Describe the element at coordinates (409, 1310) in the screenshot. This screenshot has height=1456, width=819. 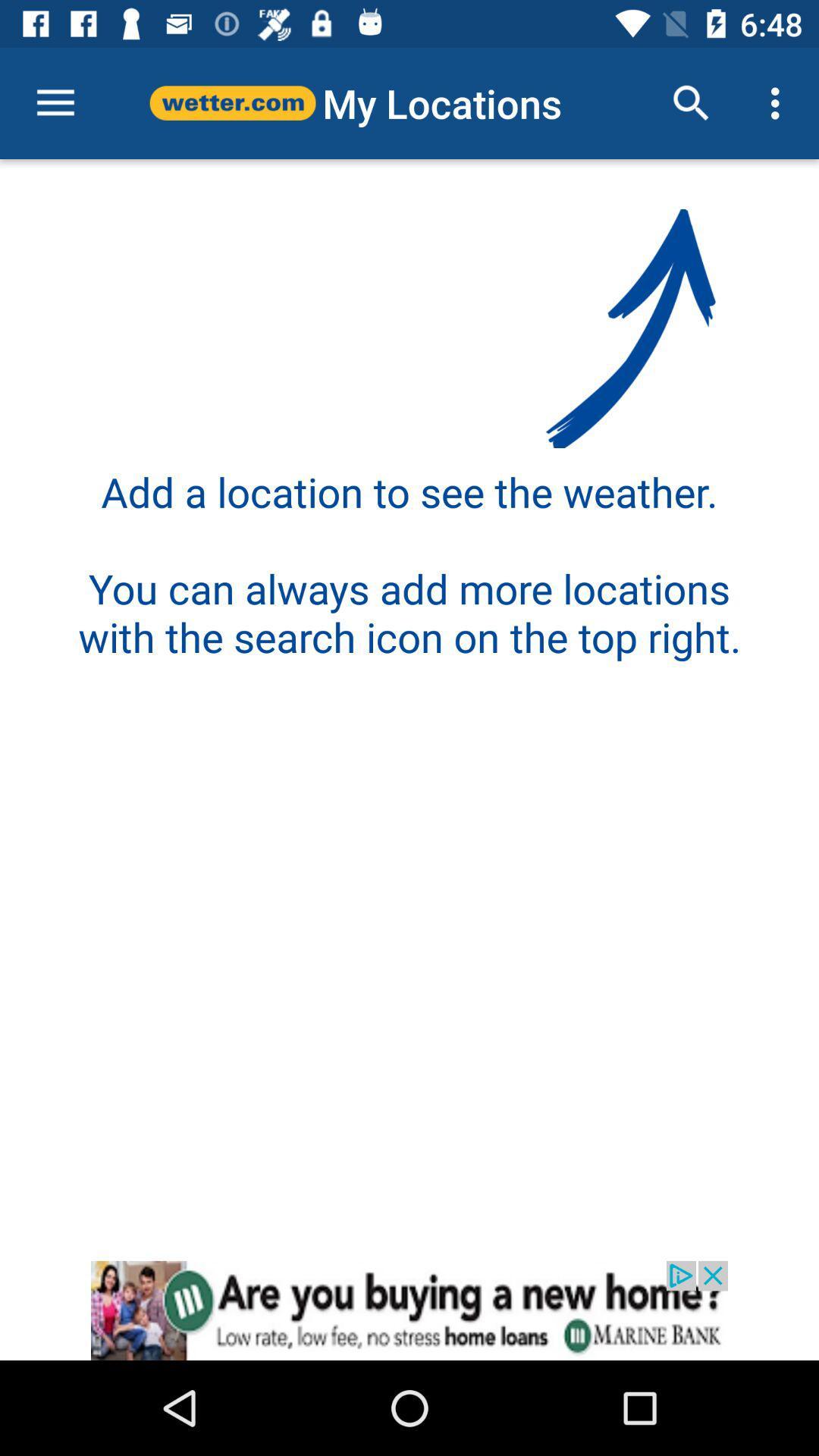
I see `open advertisement` at that location.